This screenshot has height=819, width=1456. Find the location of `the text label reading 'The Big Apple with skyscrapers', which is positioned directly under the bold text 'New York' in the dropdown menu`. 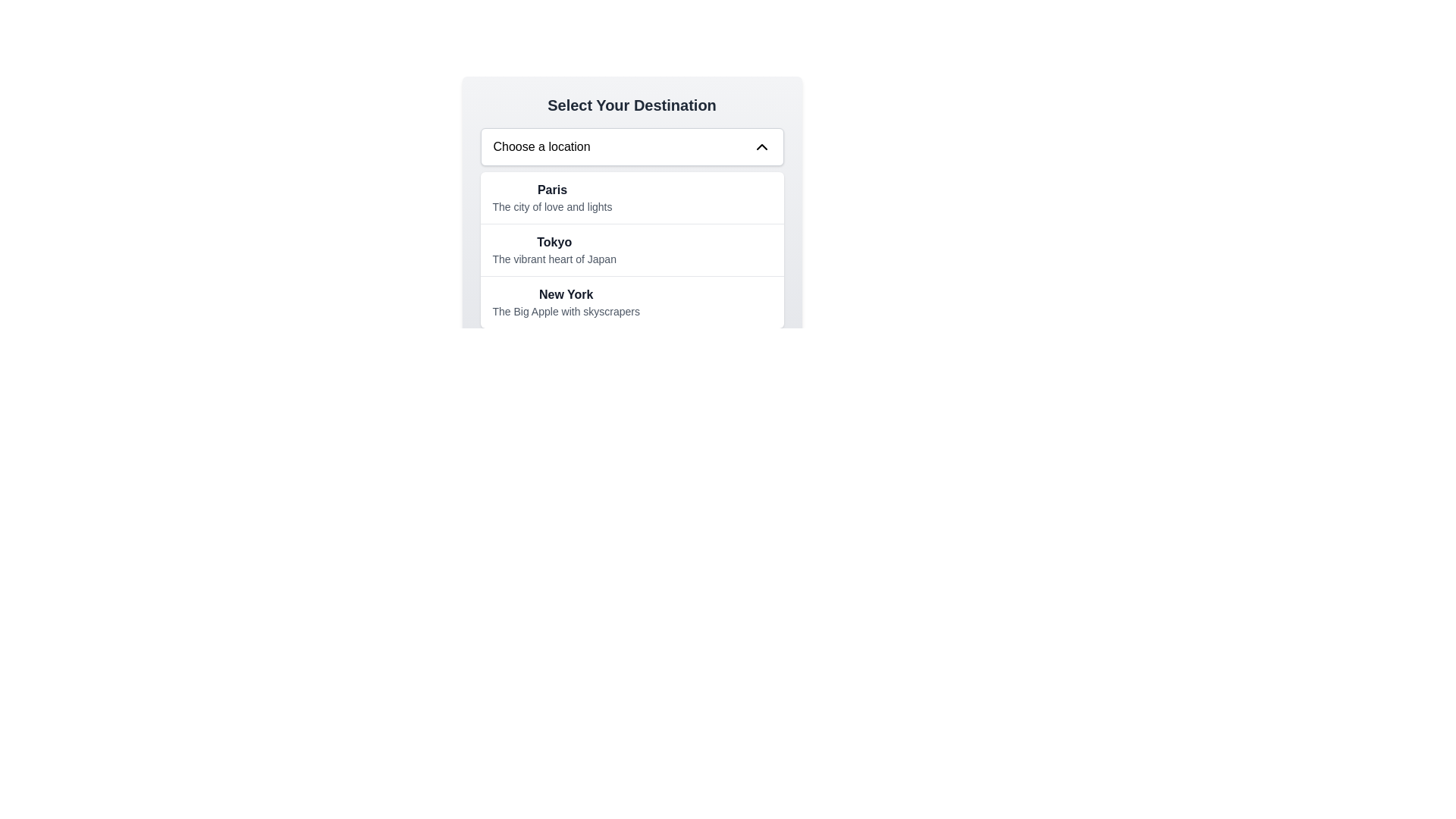

the text label reading 'The Big Apple with skyscrapers', which is positioned directly under the bold text 'New York' in the dropdown menu is located at coordinates (565, 311).